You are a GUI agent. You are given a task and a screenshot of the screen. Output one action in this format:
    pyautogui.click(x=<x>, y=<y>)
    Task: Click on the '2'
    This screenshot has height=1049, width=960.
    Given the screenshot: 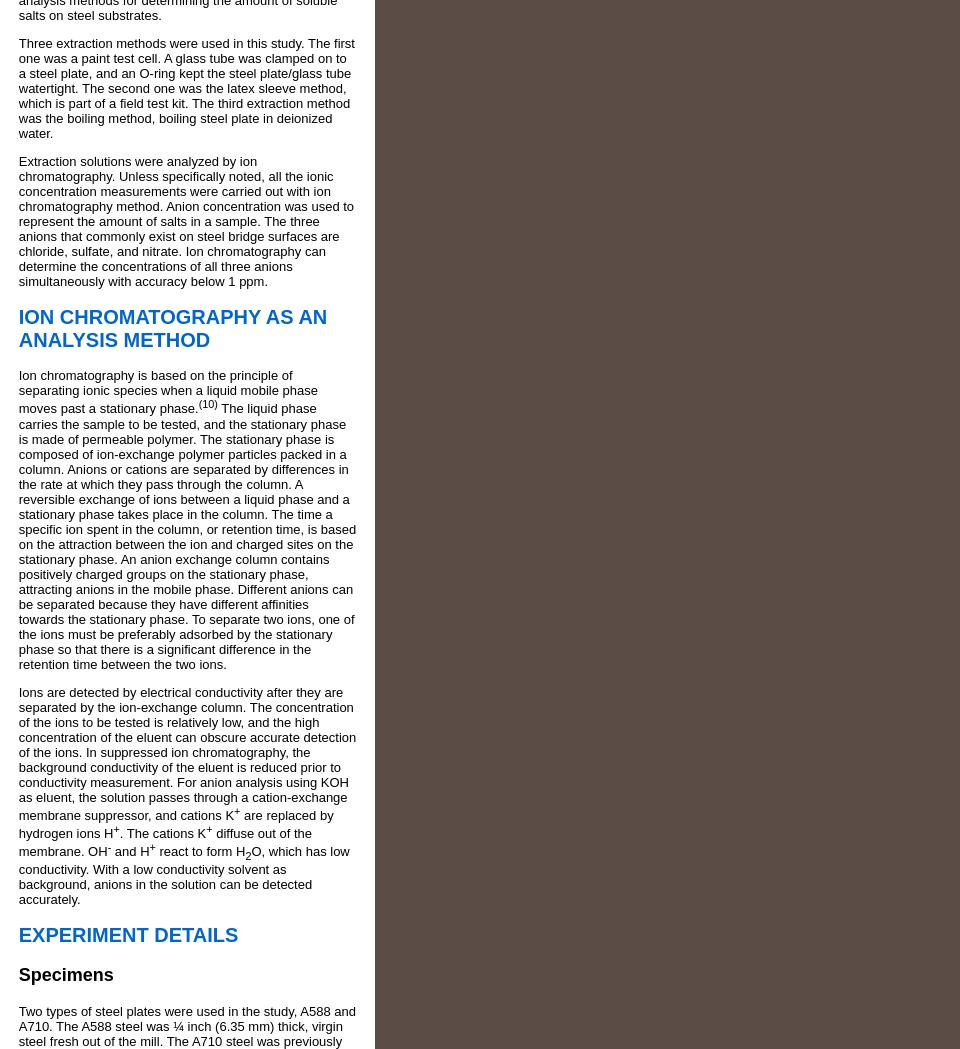 What is the action you would take?
    pyautogui.click(x=246, y=855)
    